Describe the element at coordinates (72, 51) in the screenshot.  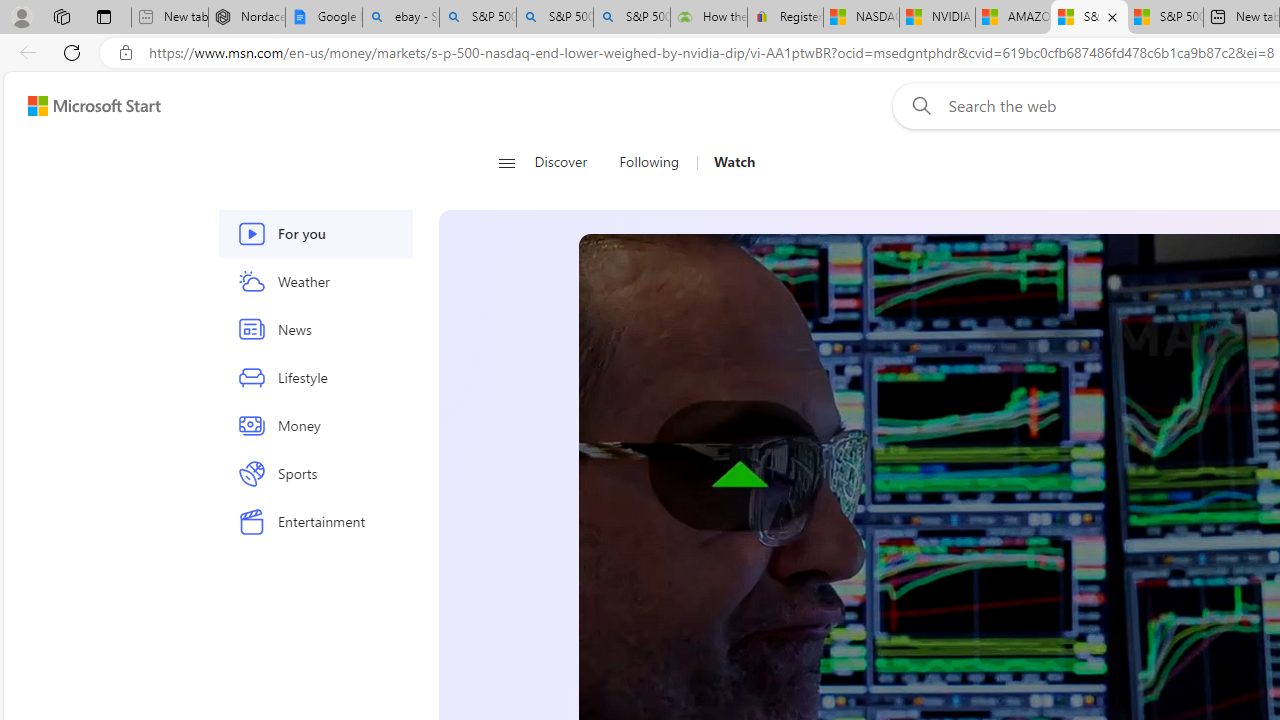
I see `'Refresh'` at that location.